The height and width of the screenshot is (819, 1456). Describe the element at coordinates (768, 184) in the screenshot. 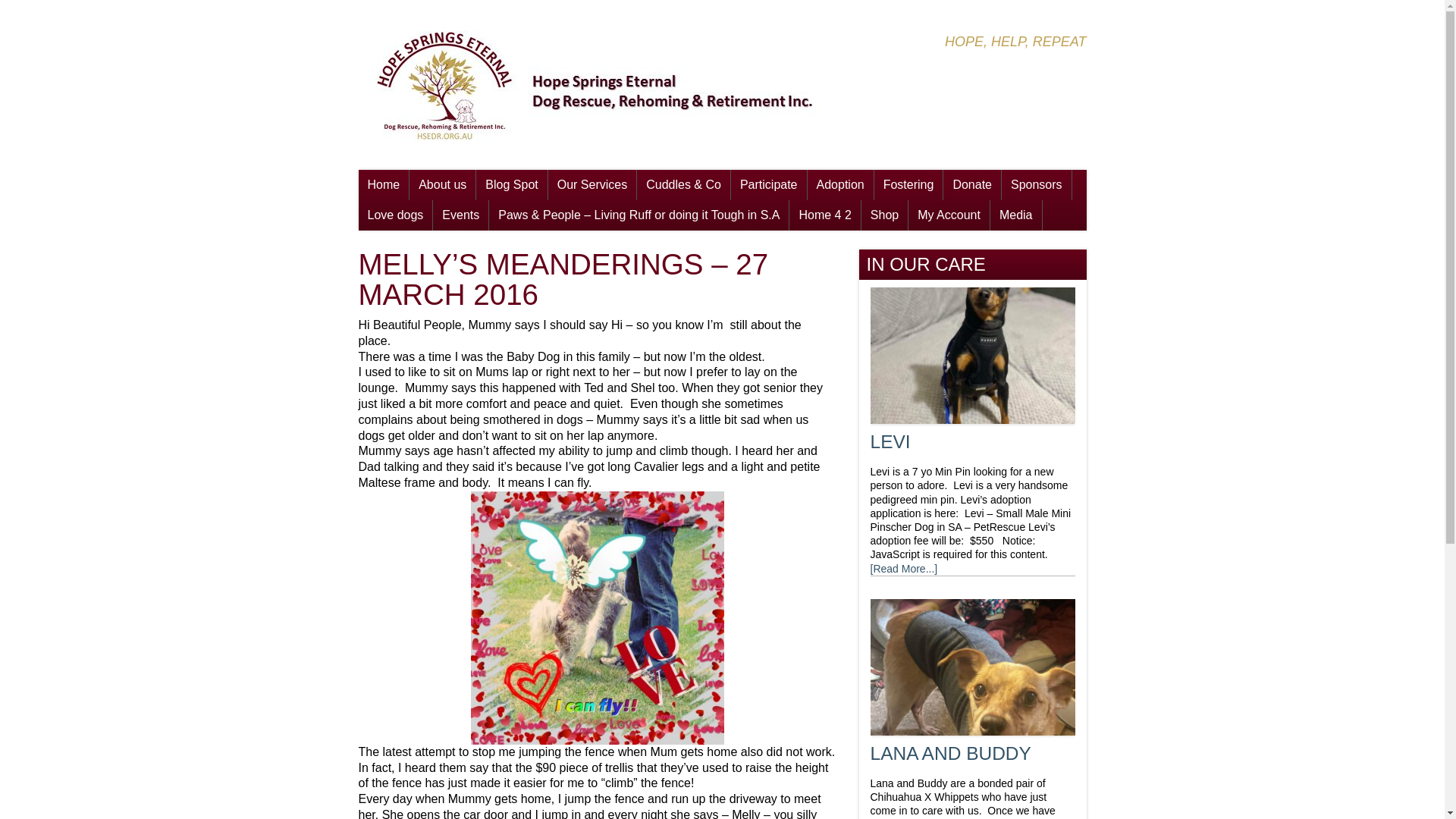

I see `'Participate'` at that location.